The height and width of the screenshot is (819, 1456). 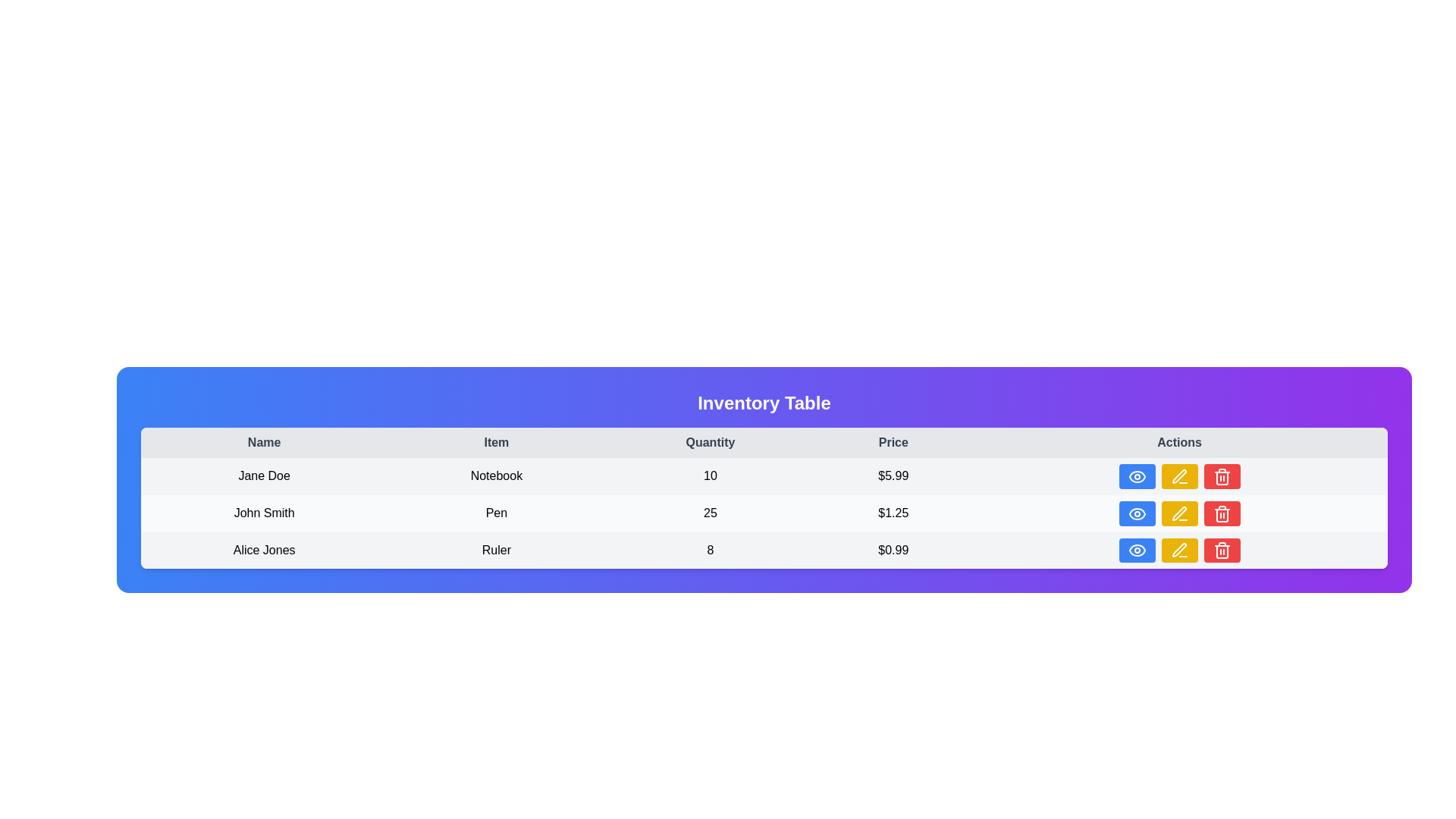 What do you see at coordinates (1178, 475) in the screenshot?
I see `the edit button represented by a pen icon in the 'Actions' column for the row corresponding to 'John Smith' to initiate an edit operation` at bounding box center [1178, 475].